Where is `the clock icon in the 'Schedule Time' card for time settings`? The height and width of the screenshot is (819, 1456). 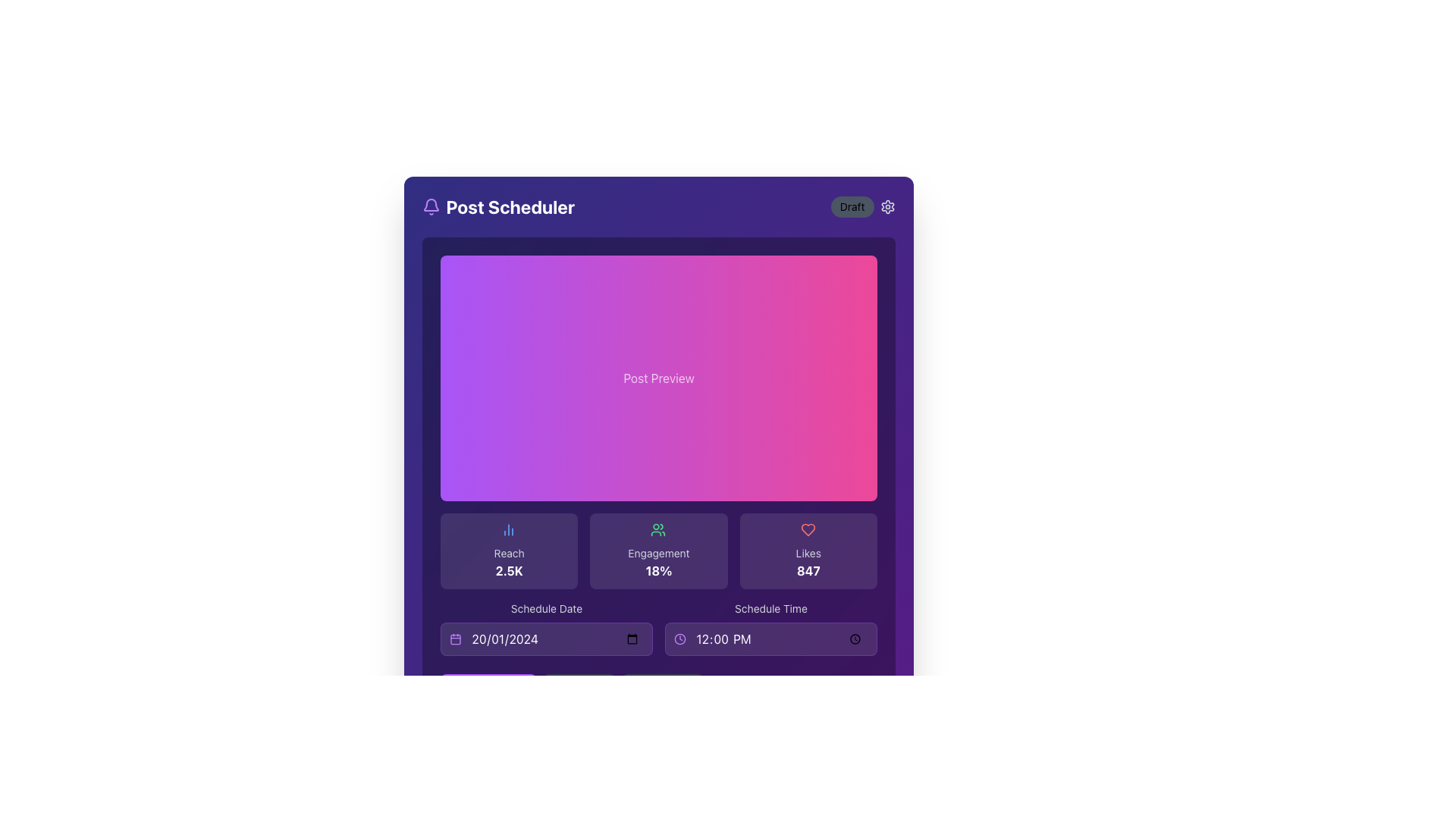
the clock icon in the 'Schedule Time' card for time settings is located at coordinates (658, 629).